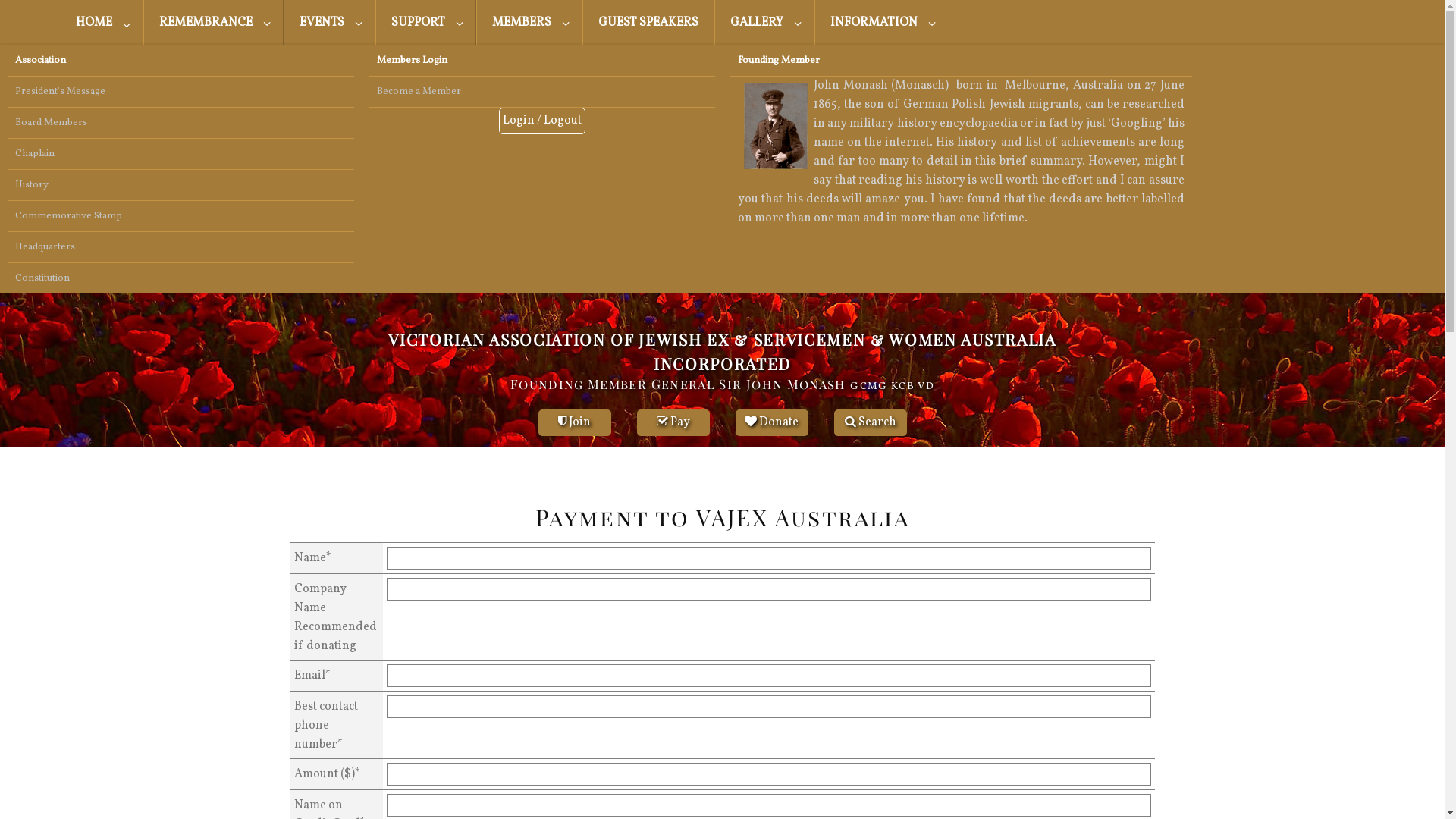 Image resolution: width=1456 pixels, height=819 pixels. Describe the element at coordinates (880, 23) in the screenshot. I see `'INFORMATION'` at that location.